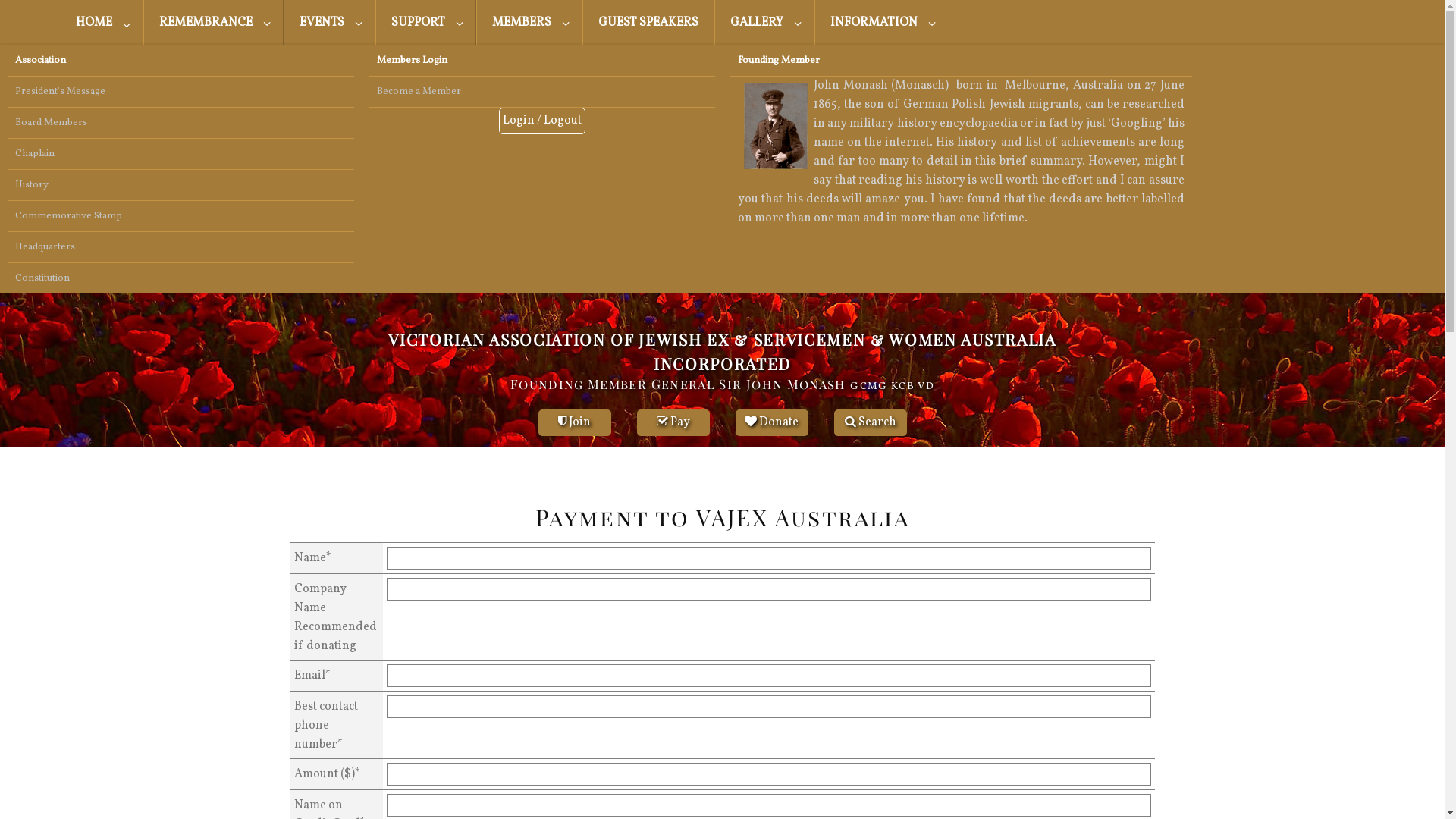 Image resolution: width=1456 pixels, height=819 pixels. Describe the element at coordinates (880, 23) in the screenshot. I see `'INFORMATION'` at that location.